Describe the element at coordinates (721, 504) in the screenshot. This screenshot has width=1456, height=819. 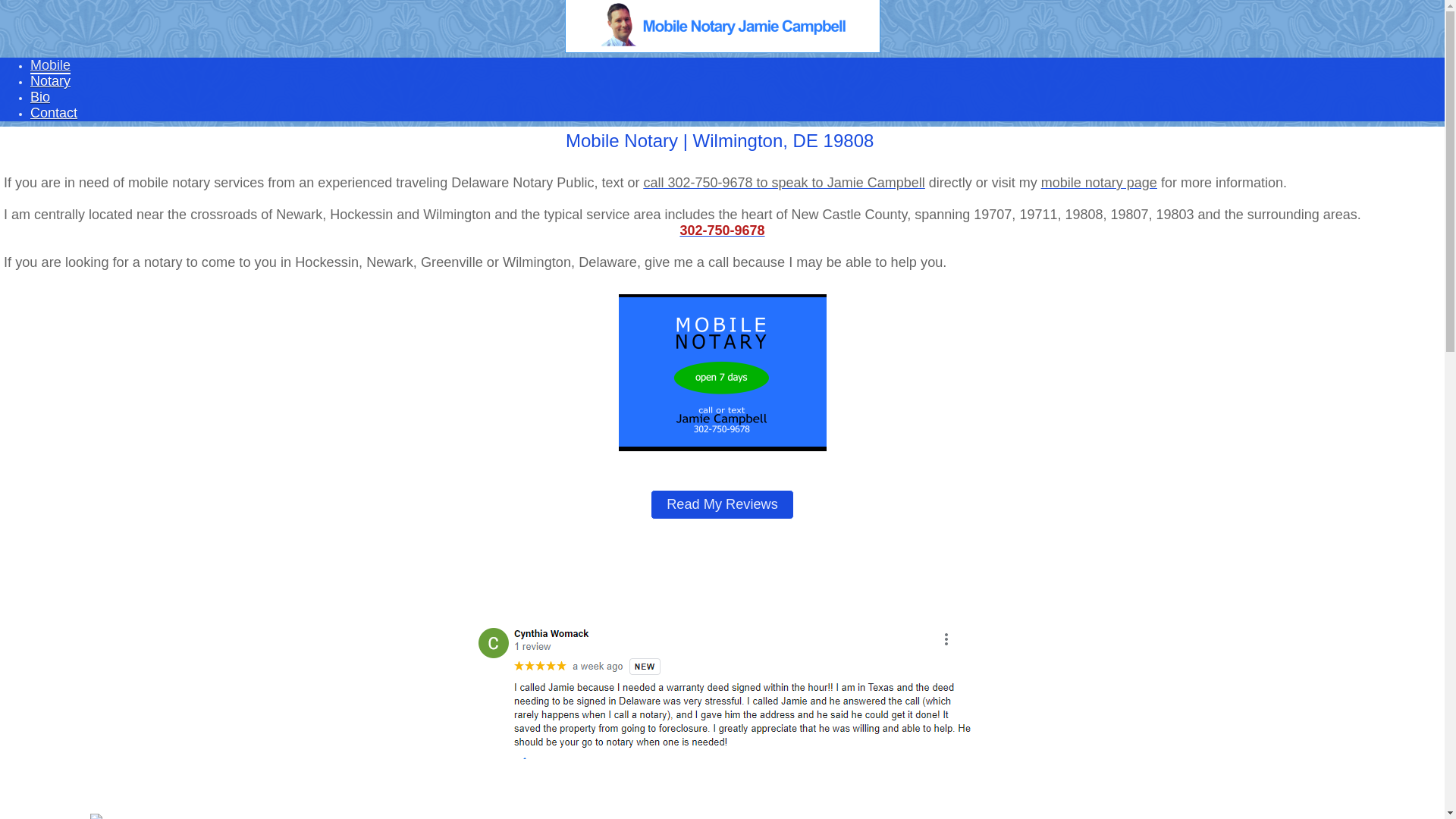
I see `'Read My Reviews'` at that location.